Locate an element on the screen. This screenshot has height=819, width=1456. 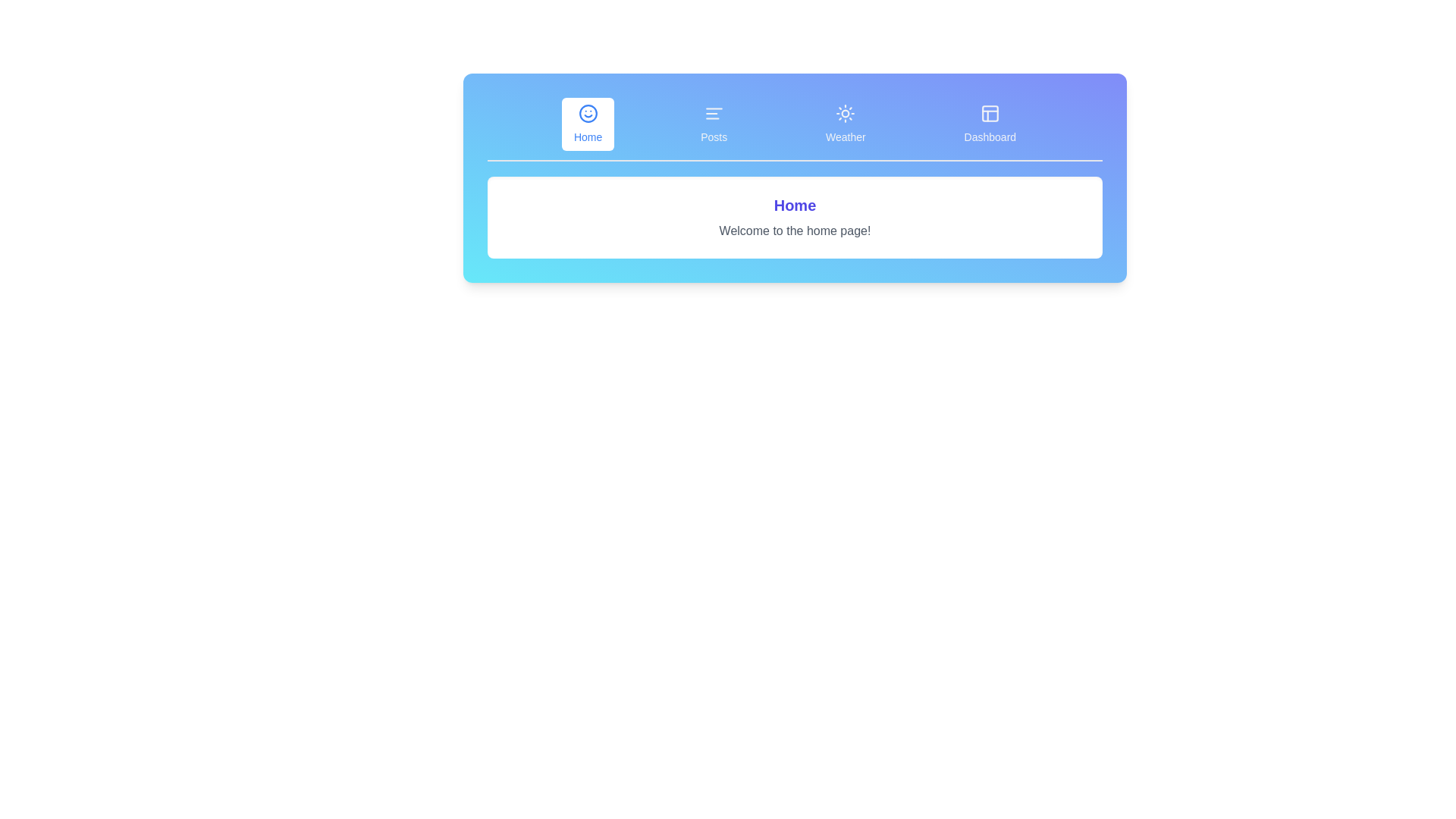
the tab labeled Dashboard is located at coordinates (990, 124).